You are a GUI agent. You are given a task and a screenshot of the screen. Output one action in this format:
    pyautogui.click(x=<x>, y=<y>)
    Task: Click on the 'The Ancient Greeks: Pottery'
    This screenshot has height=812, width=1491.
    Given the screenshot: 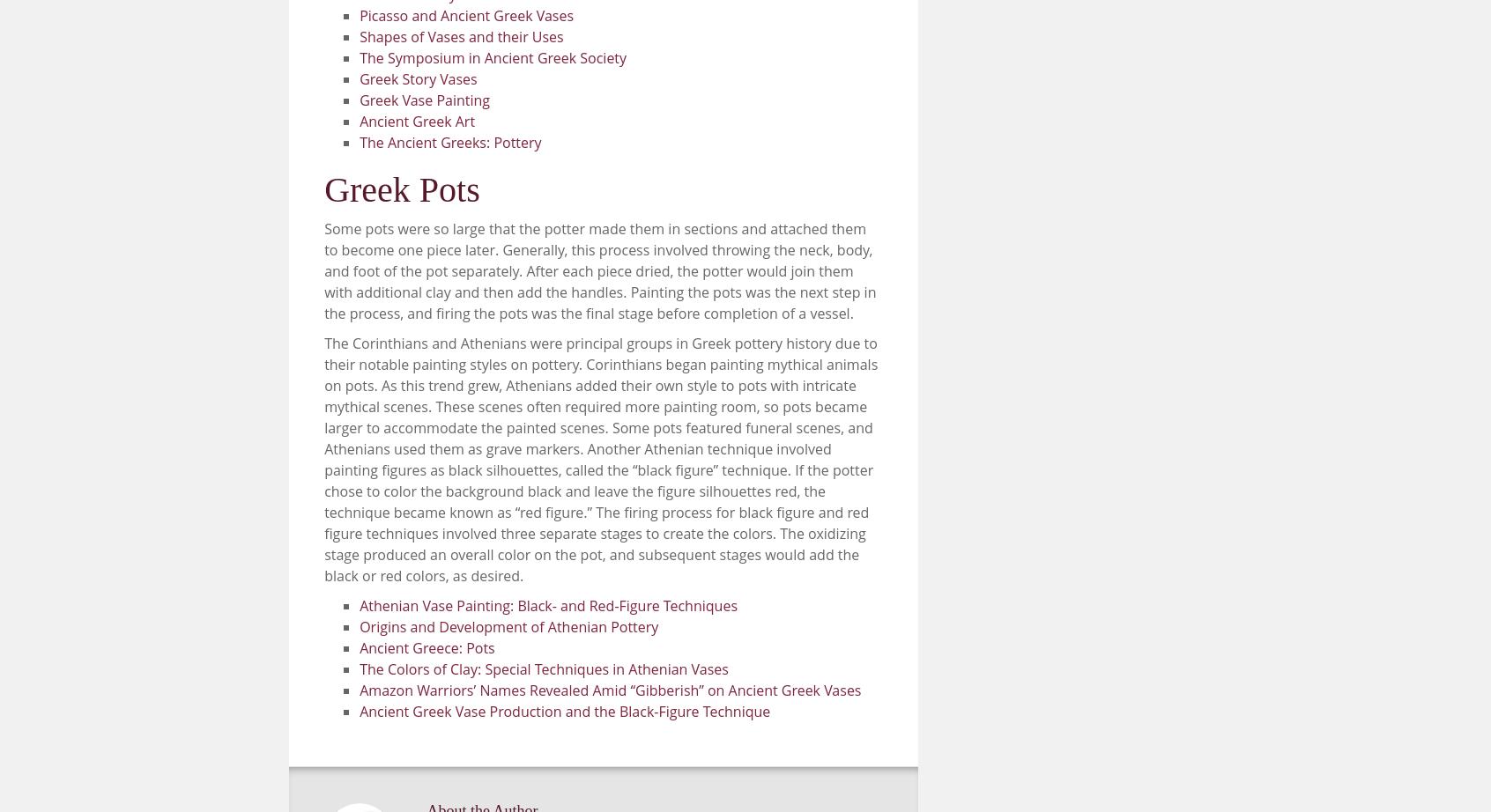 What is the action you would take?
    pyautogui.click(x=359, y=142)
    